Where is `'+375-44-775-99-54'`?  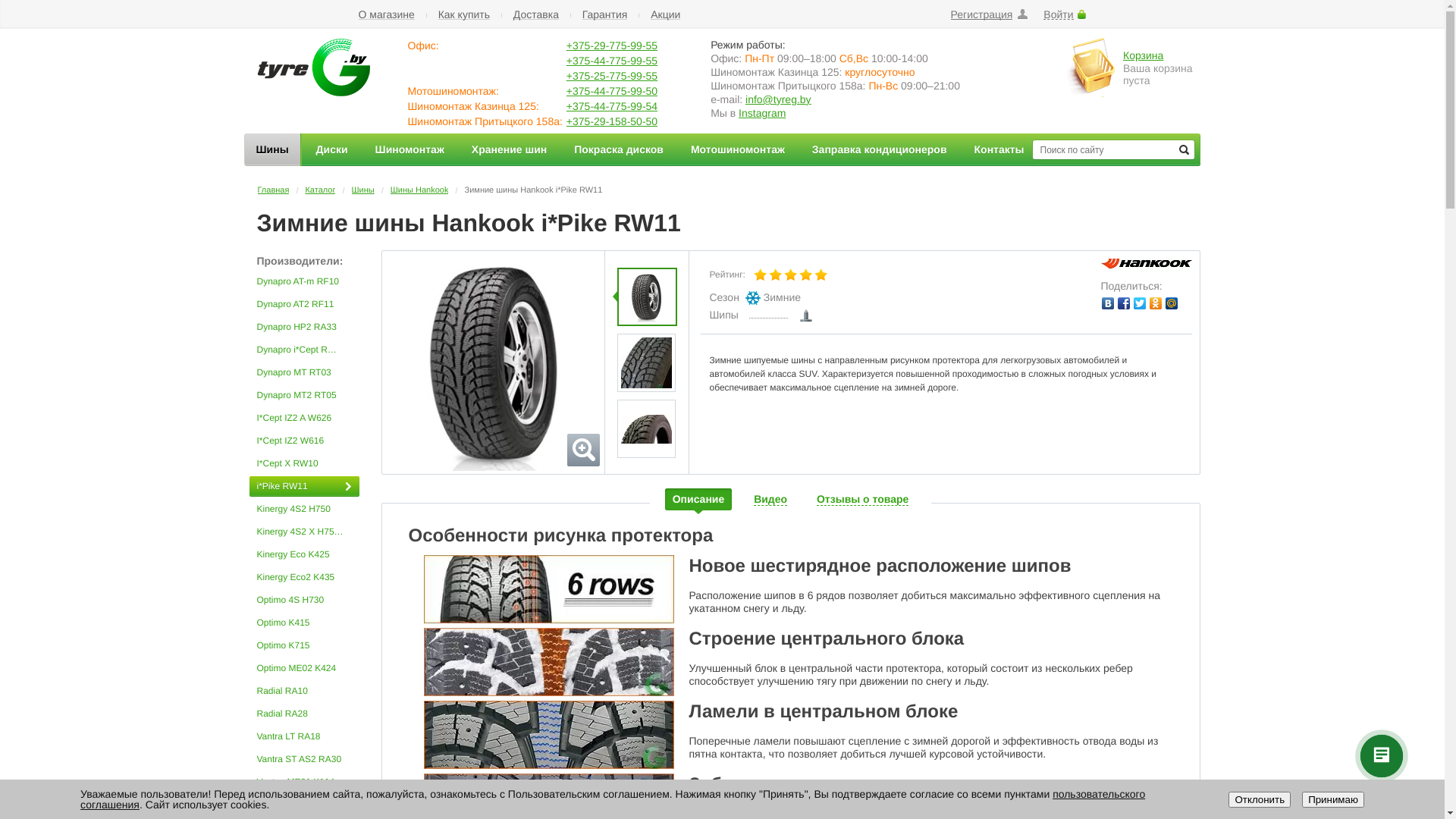
'+375-44-775-99-54' is located at coordinates (611, 105).